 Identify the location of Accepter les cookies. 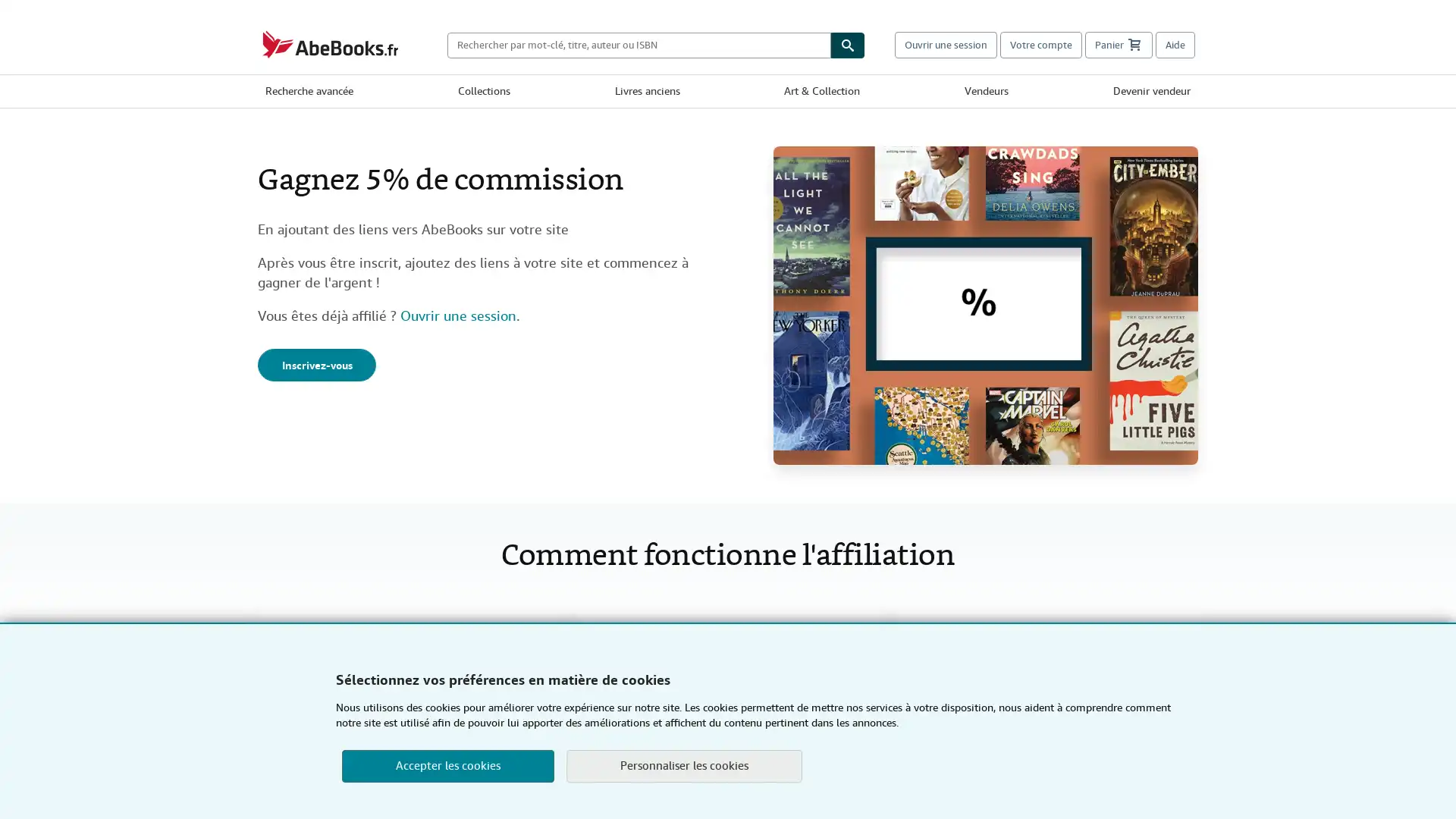
(447, 766).